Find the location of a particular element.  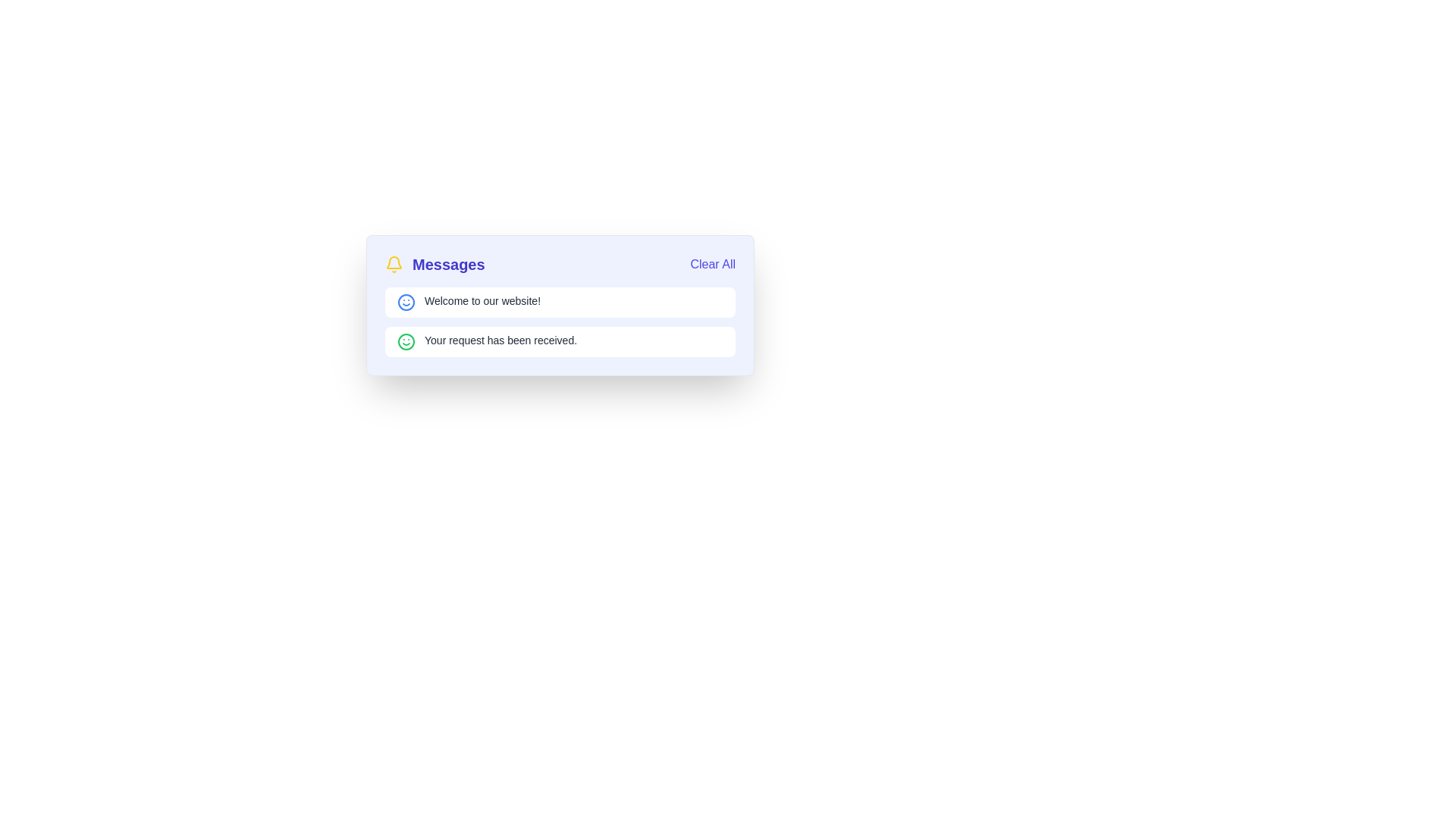

the bell icon located in the top-left corner of the 'Messages' dialog box is located at coordinates (394, 262).